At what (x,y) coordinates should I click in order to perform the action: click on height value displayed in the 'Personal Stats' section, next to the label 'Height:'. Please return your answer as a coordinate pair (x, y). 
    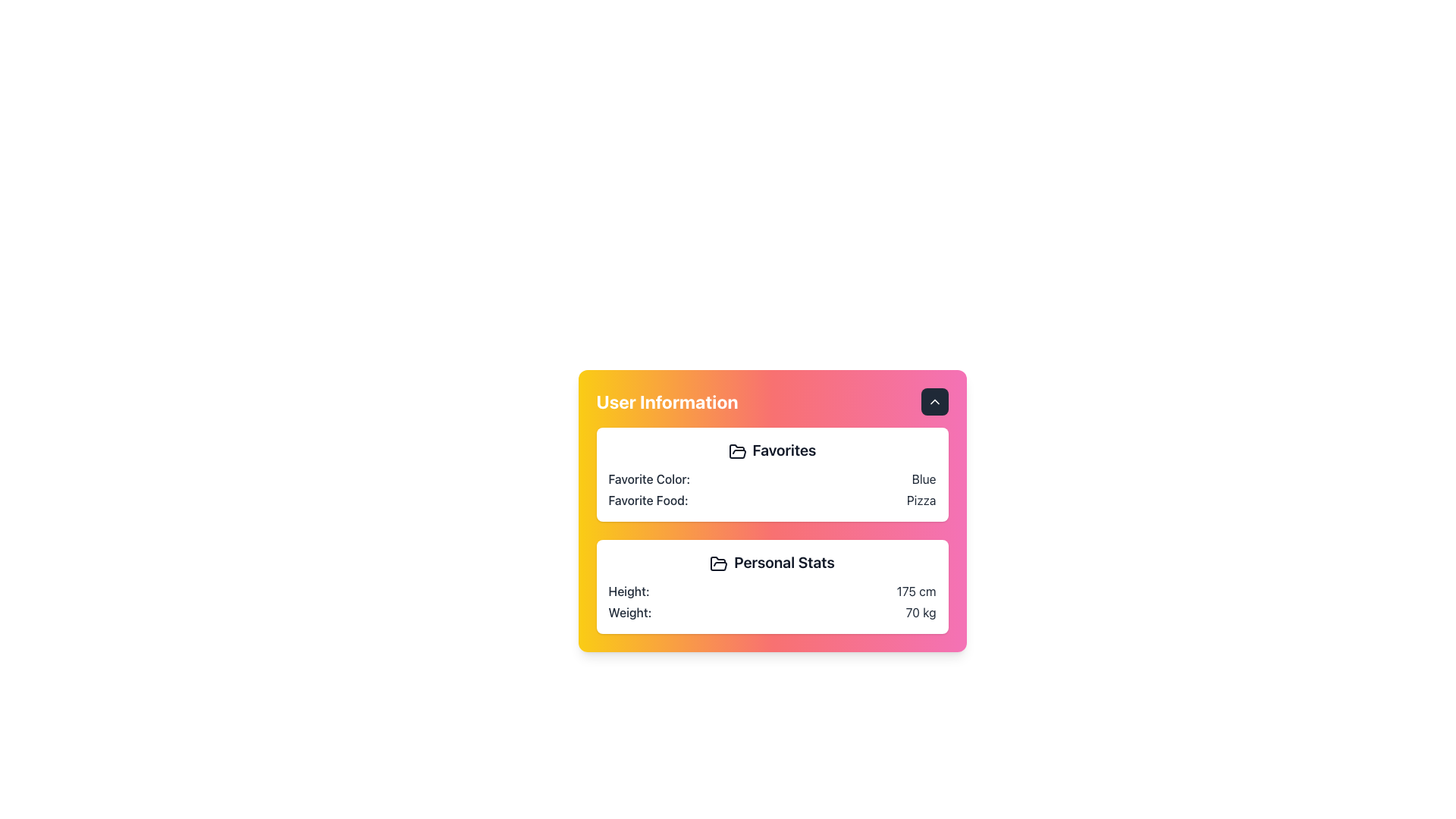
    Looking at the image, I should click on (915, 590).